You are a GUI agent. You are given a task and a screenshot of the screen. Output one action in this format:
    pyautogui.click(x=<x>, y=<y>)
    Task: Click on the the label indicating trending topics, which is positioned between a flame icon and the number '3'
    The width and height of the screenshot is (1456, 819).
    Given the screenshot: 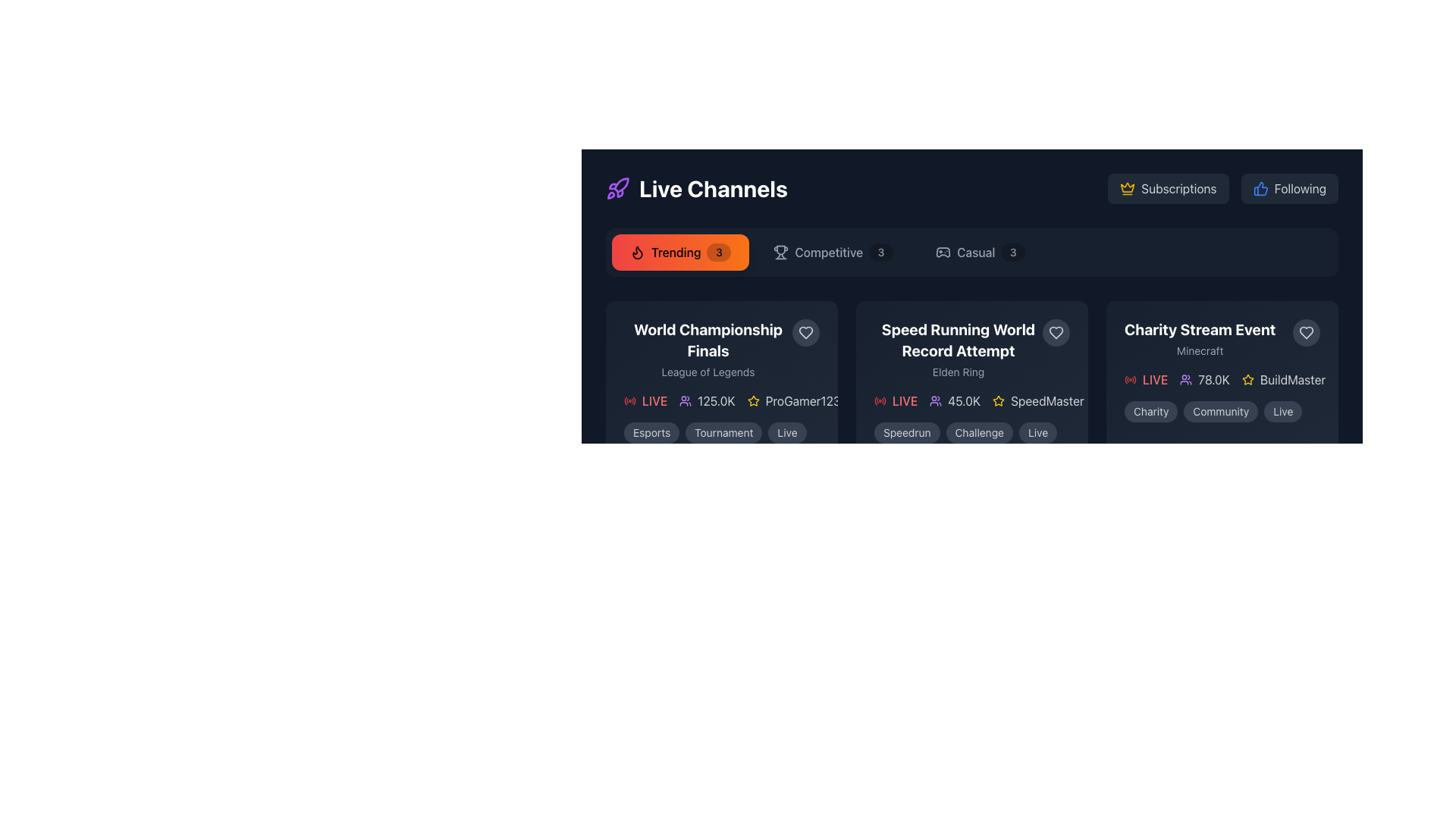 What is the action you would take?
    pyautogui.click(x=675, y=251)
    